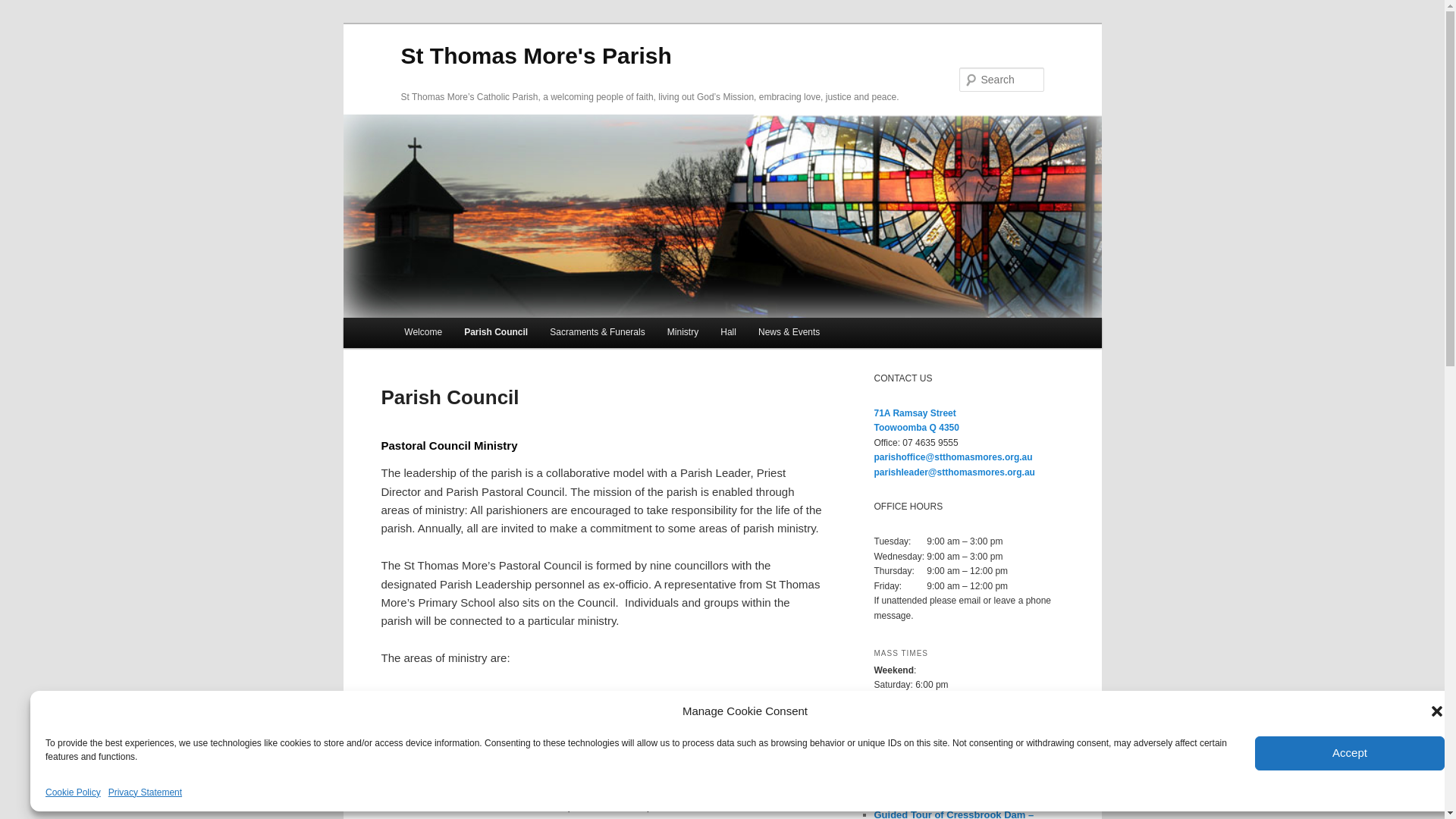  I want to click on 'Administration', so click(416, 713).